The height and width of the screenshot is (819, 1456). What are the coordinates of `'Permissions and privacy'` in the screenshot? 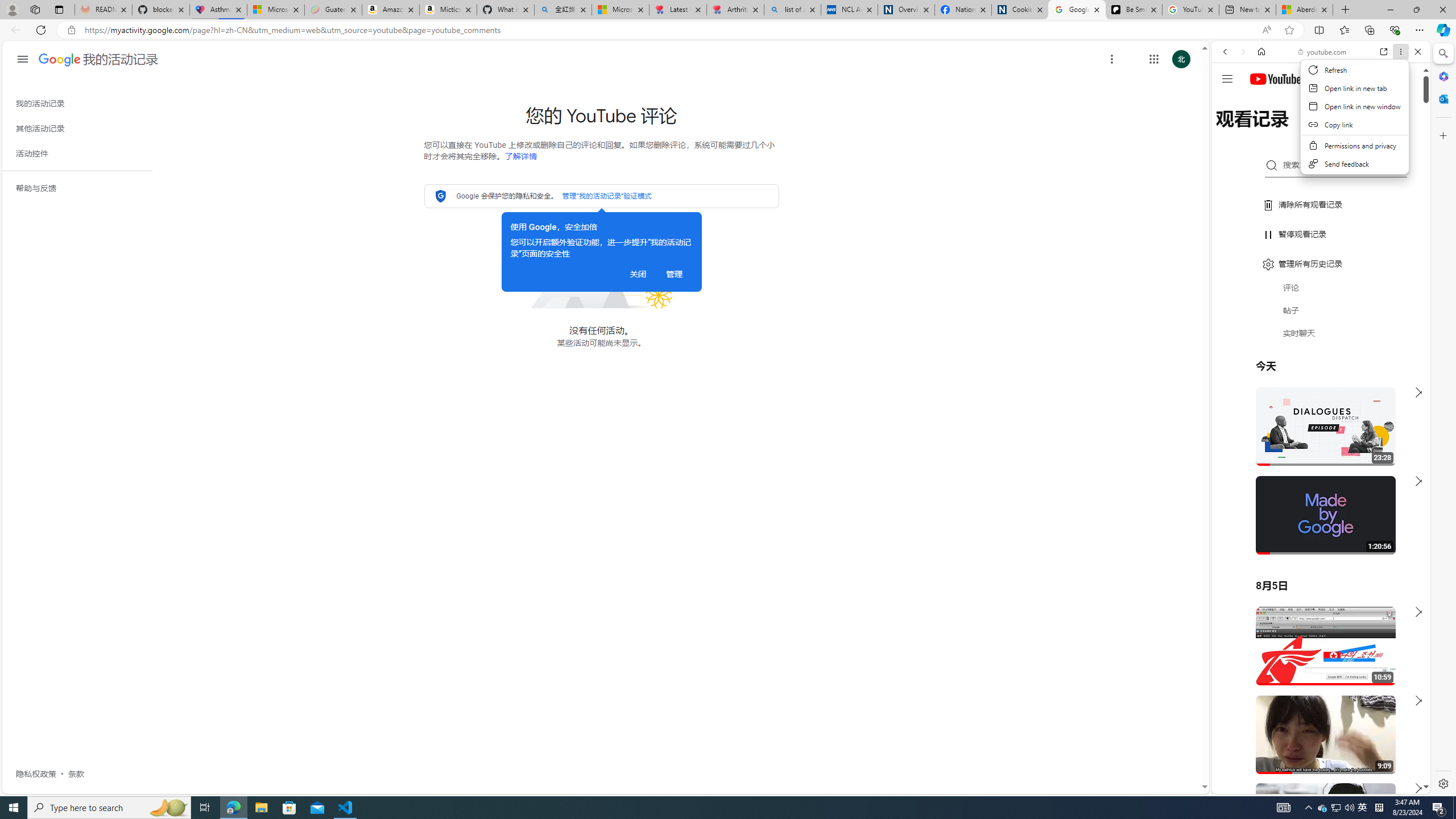 It's located at (1354, 146).